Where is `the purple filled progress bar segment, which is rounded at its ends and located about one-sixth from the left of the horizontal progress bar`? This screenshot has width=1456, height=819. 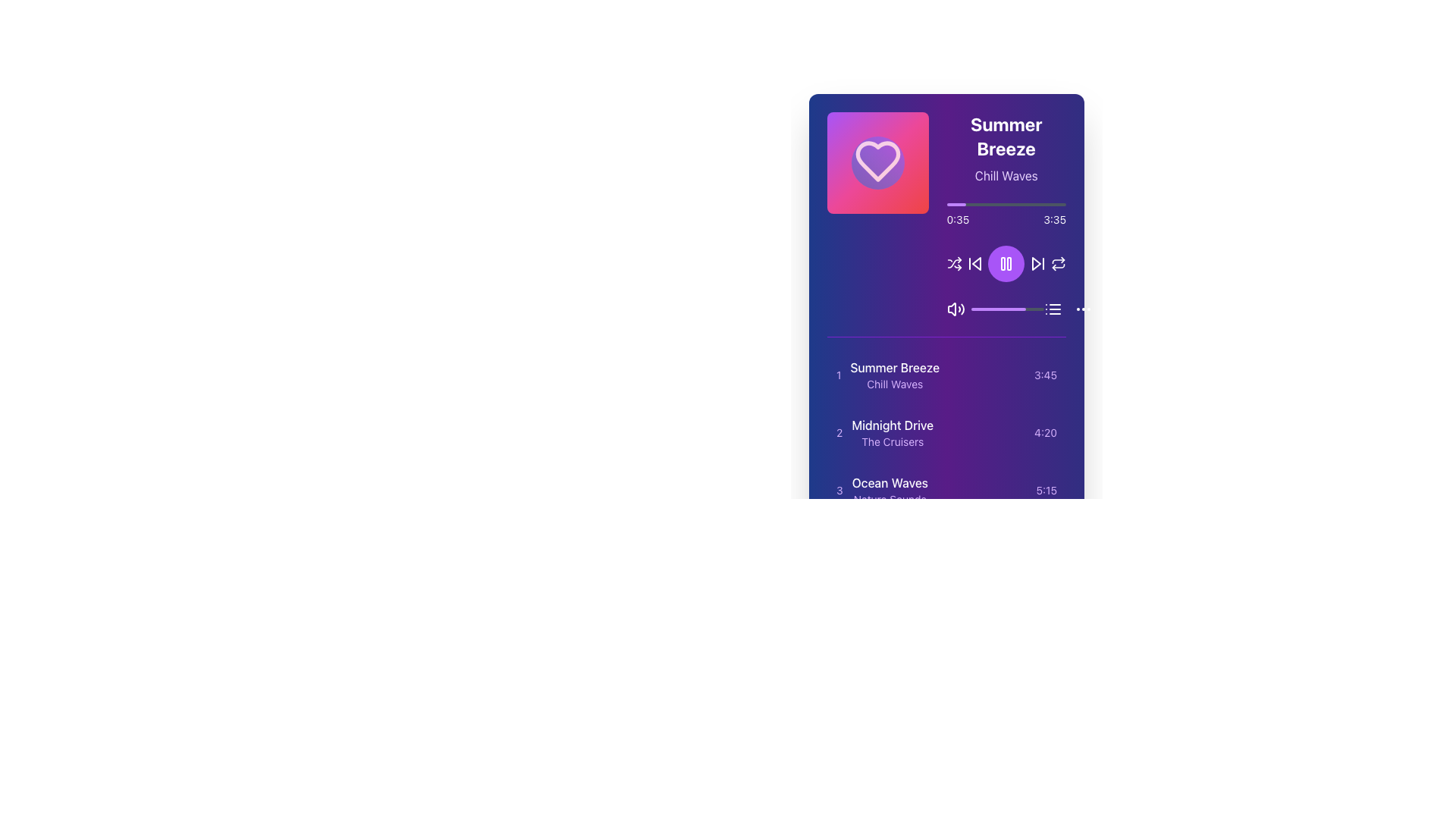 the purple filled progress bar segment, which is rounded at its ends and located about one-sixth from the left of the horizontal progress bar is located at coordinates (955, 205).